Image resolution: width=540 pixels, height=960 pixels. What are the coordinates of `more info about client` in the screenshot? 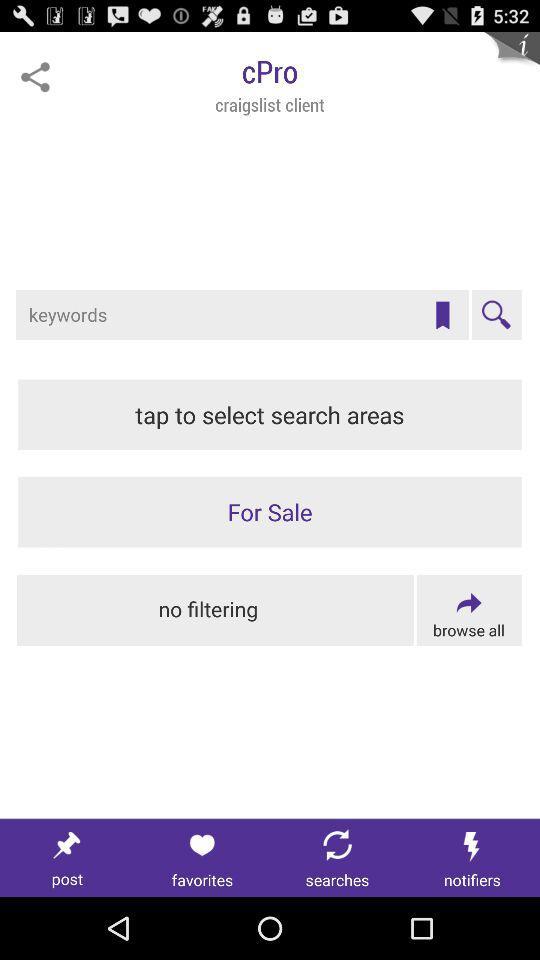 It's located at (511, 58).